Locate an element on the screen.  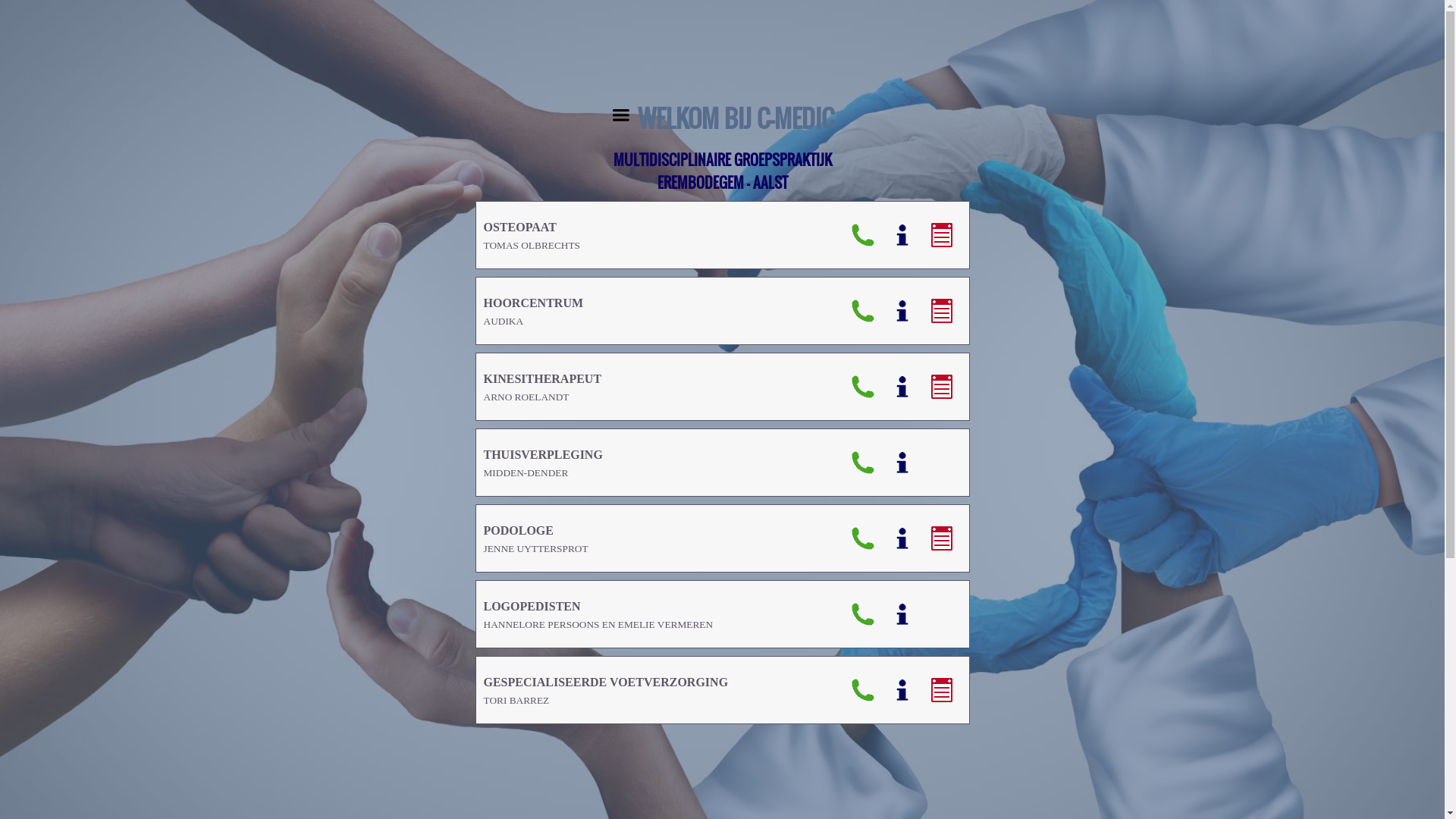
'Online afspraak' is located at coordinates (921, 234).